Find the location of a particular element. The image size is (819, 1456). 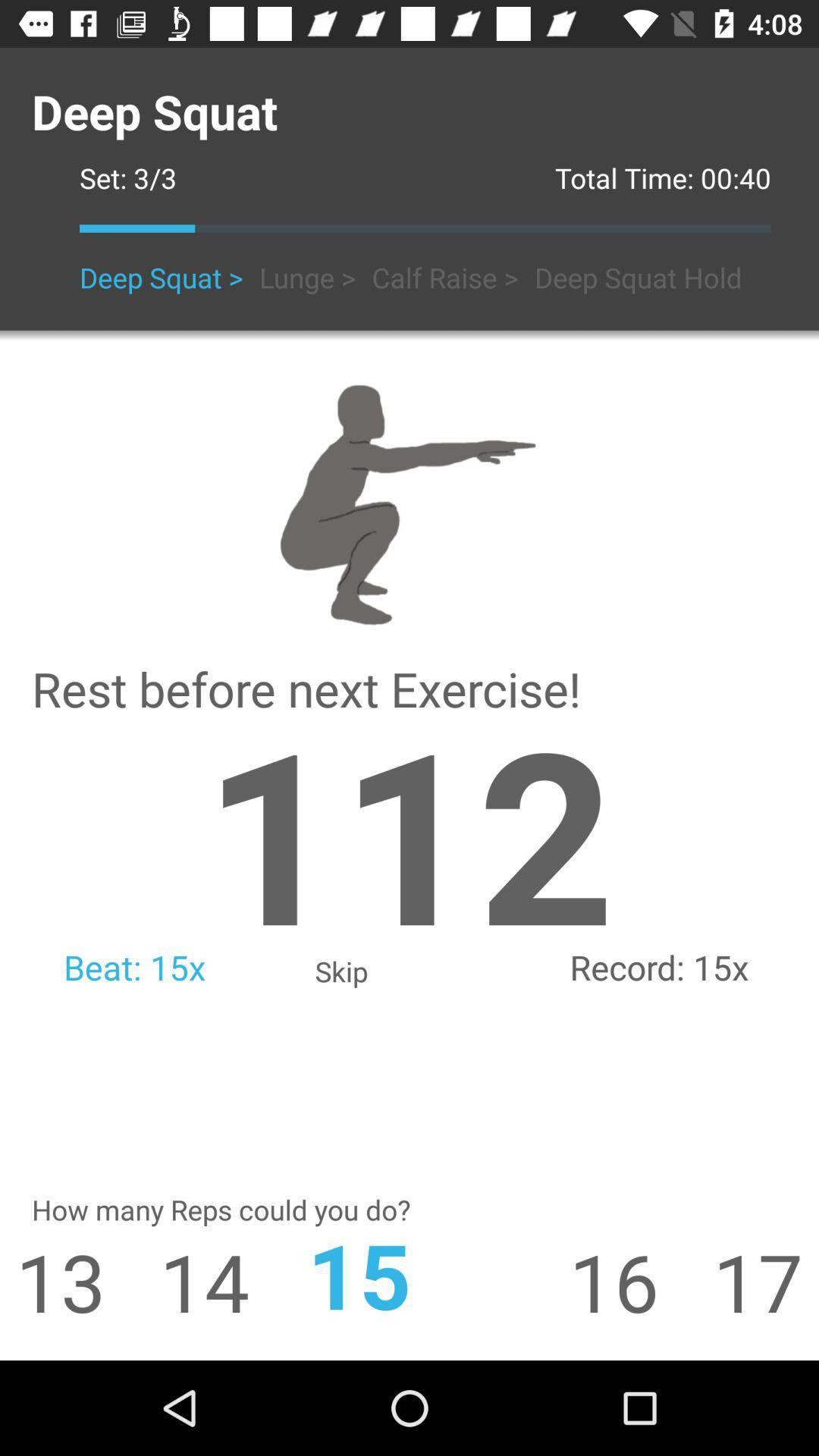

the first image on the web page is located at coordinates (409, 501).